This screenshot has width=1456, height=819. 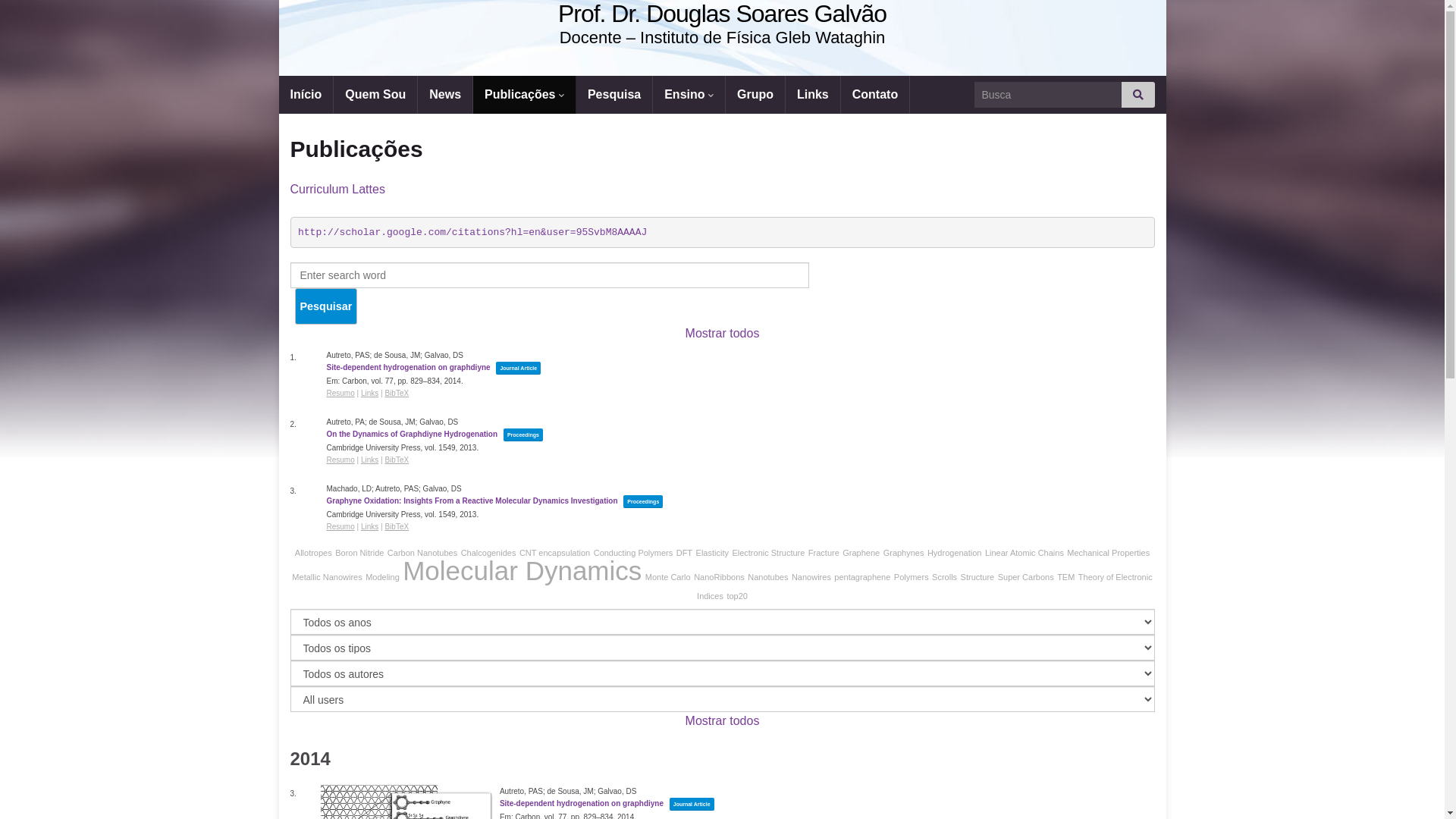 What do you see at coordinates (652, 94) in the screenshot?
I see `'Ensino'` at bounding box center [652, 94].